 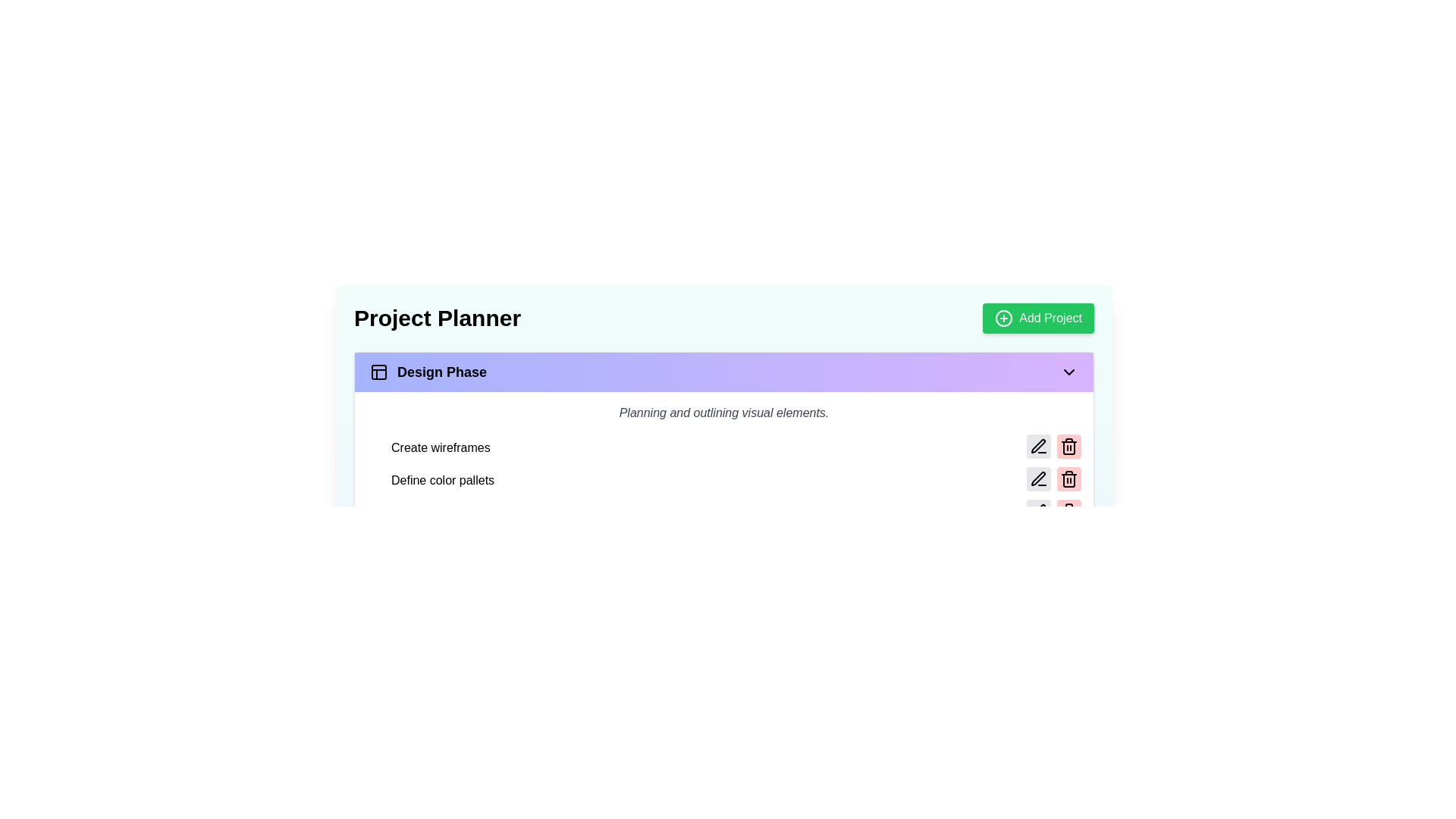 What do you see at coordinates (1037, 318) in the screenshot?
I see `the button with a green background and white text reading 'Add Project'` at bounding box center [1037, 318].